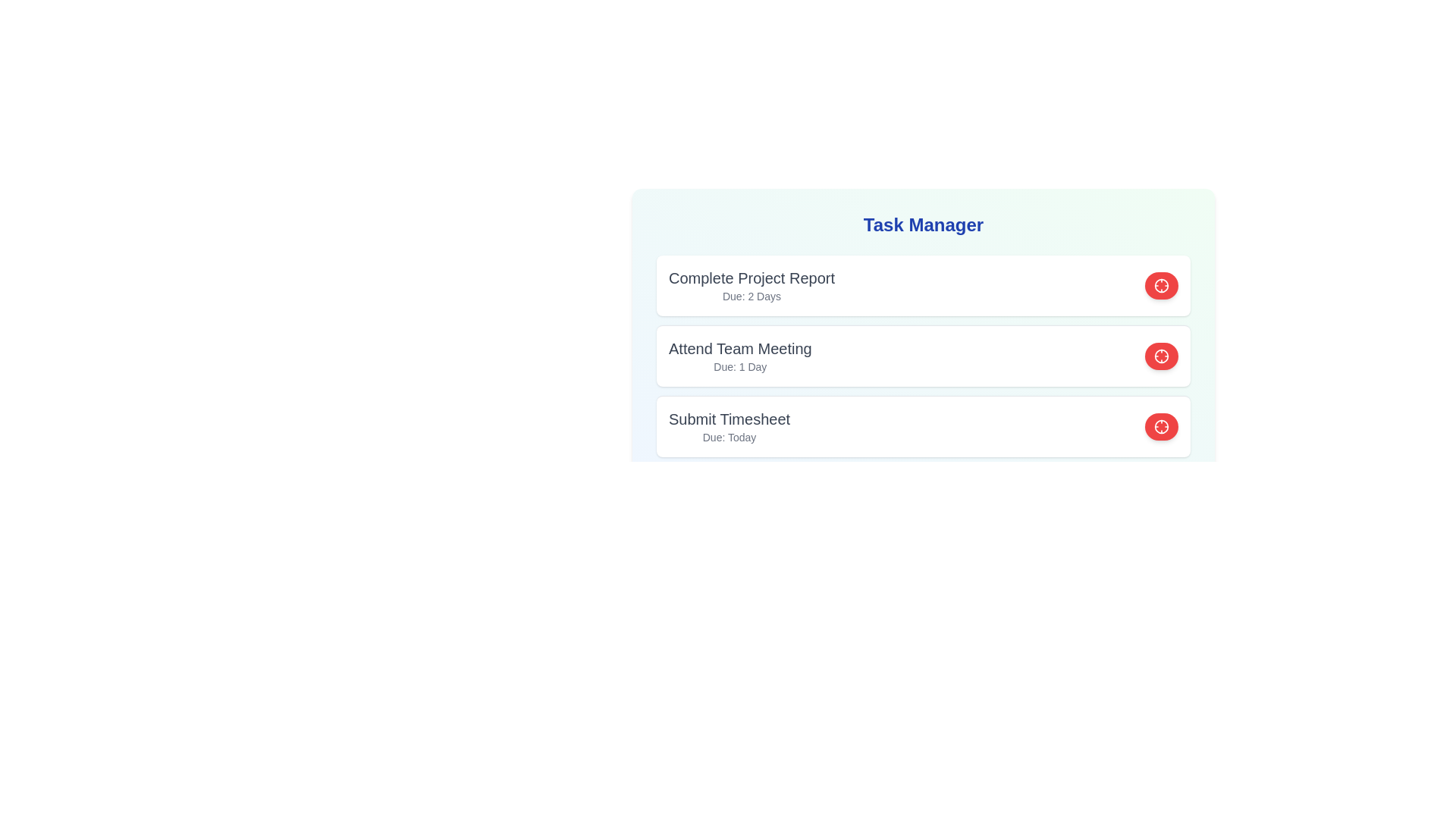 This screenshot has width=1456, height=819. What do you see at coordinates (752, 278) in the screenshot?
I see `the text label displaying 'Complete Project Report' which is styled with a bold appearance and dark gray color, located under the 'Task Manager' header` at bounding box center [752, 278].